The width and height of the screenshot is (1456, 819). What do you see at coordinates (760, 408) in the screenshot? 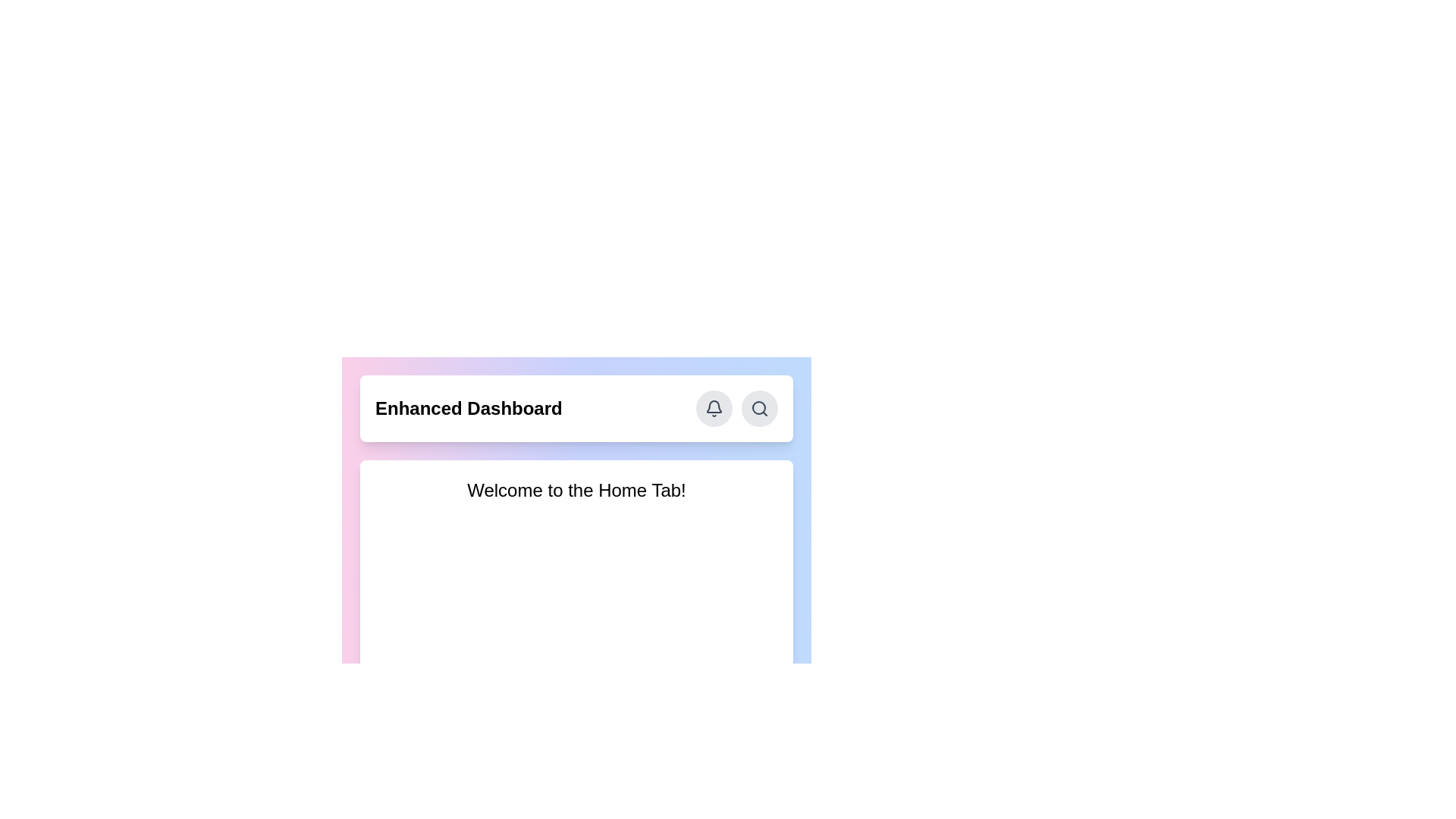
I see `the search icon located at the top-right corner of the dashboard interface, adjacent to the notification bell icon` at bounding box center [760, 408].